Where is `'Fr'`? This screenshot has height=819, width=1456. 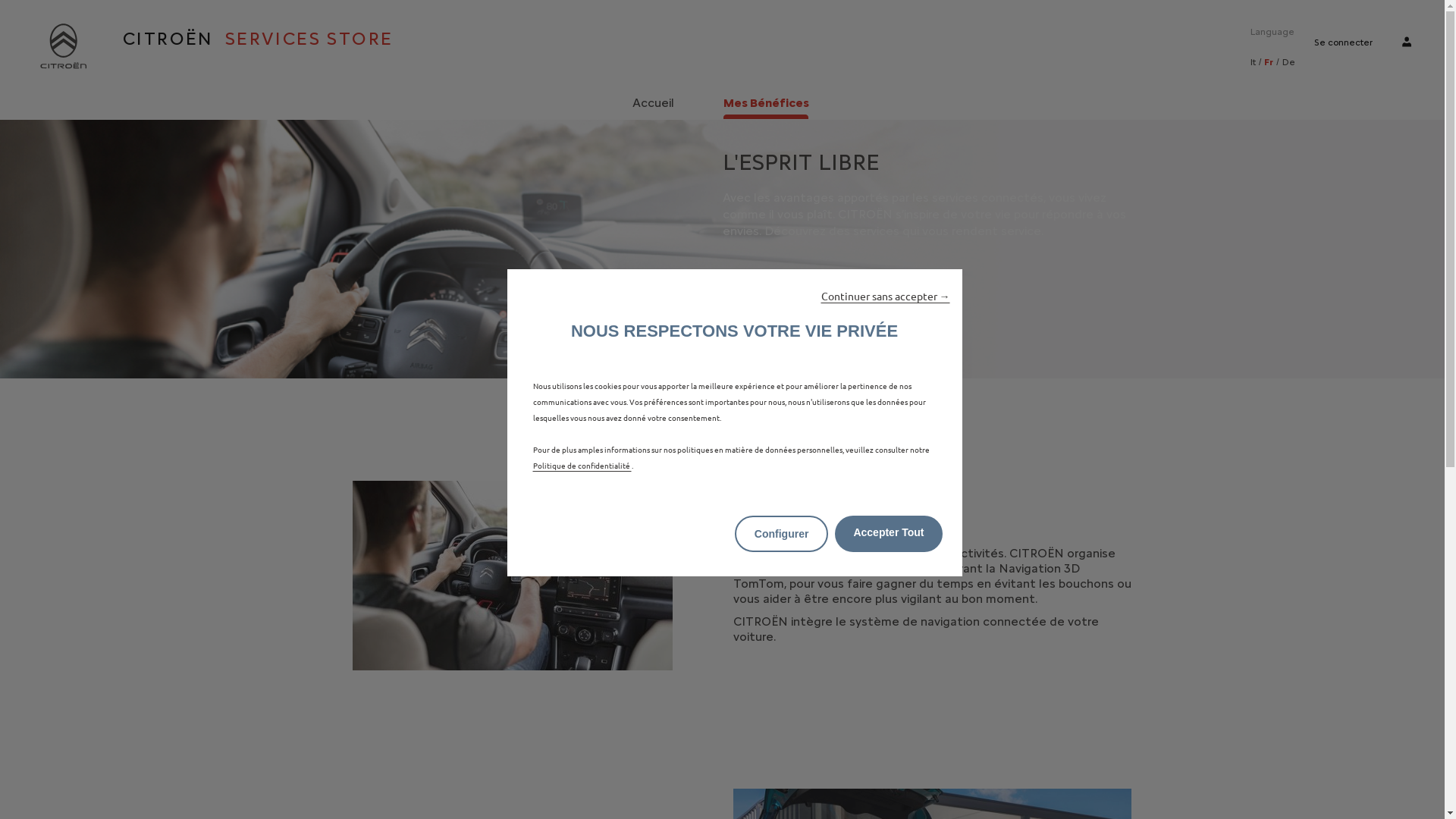 'Fr' is located at coordinates (1263, 61).